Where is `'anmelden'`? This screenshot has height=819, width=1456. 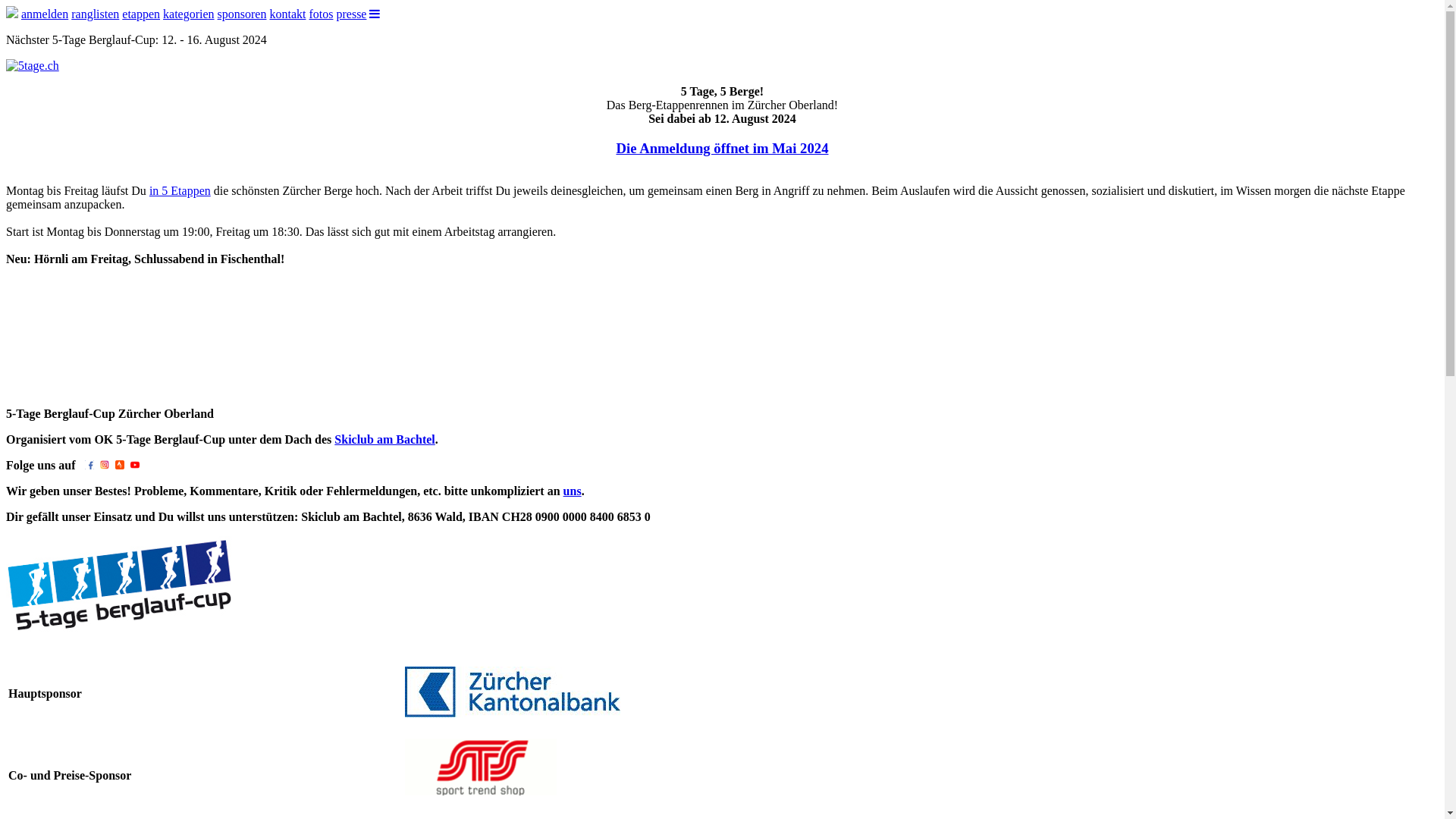
'anmelden' is located at coordinates (21, 14).